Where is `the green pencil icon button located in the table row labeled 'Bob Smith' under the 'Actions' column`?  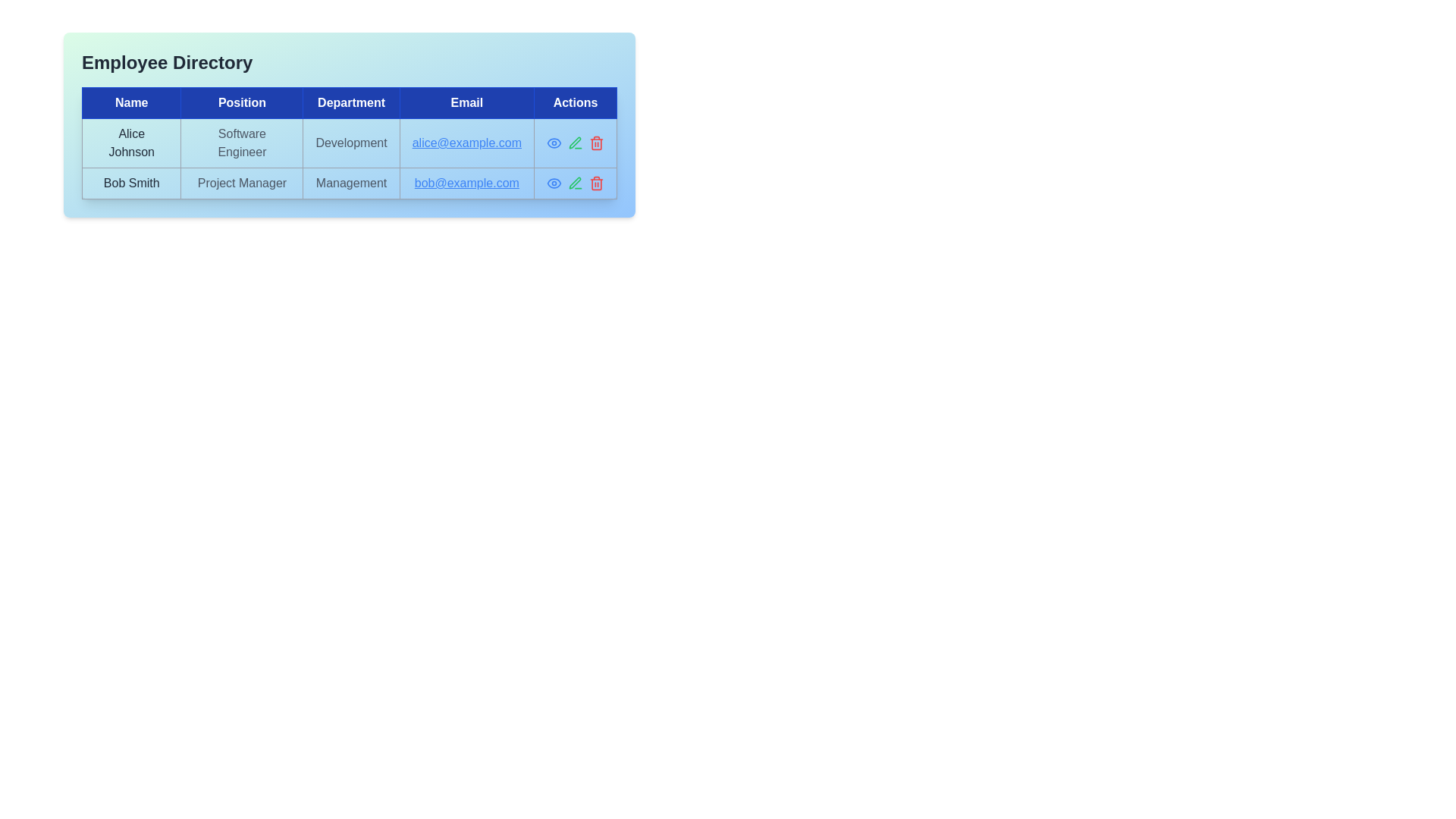
the green pencil icon button located in the table row labeled 'Bob Smith' under the 'Actions' column is located at coordinates (574, 183).